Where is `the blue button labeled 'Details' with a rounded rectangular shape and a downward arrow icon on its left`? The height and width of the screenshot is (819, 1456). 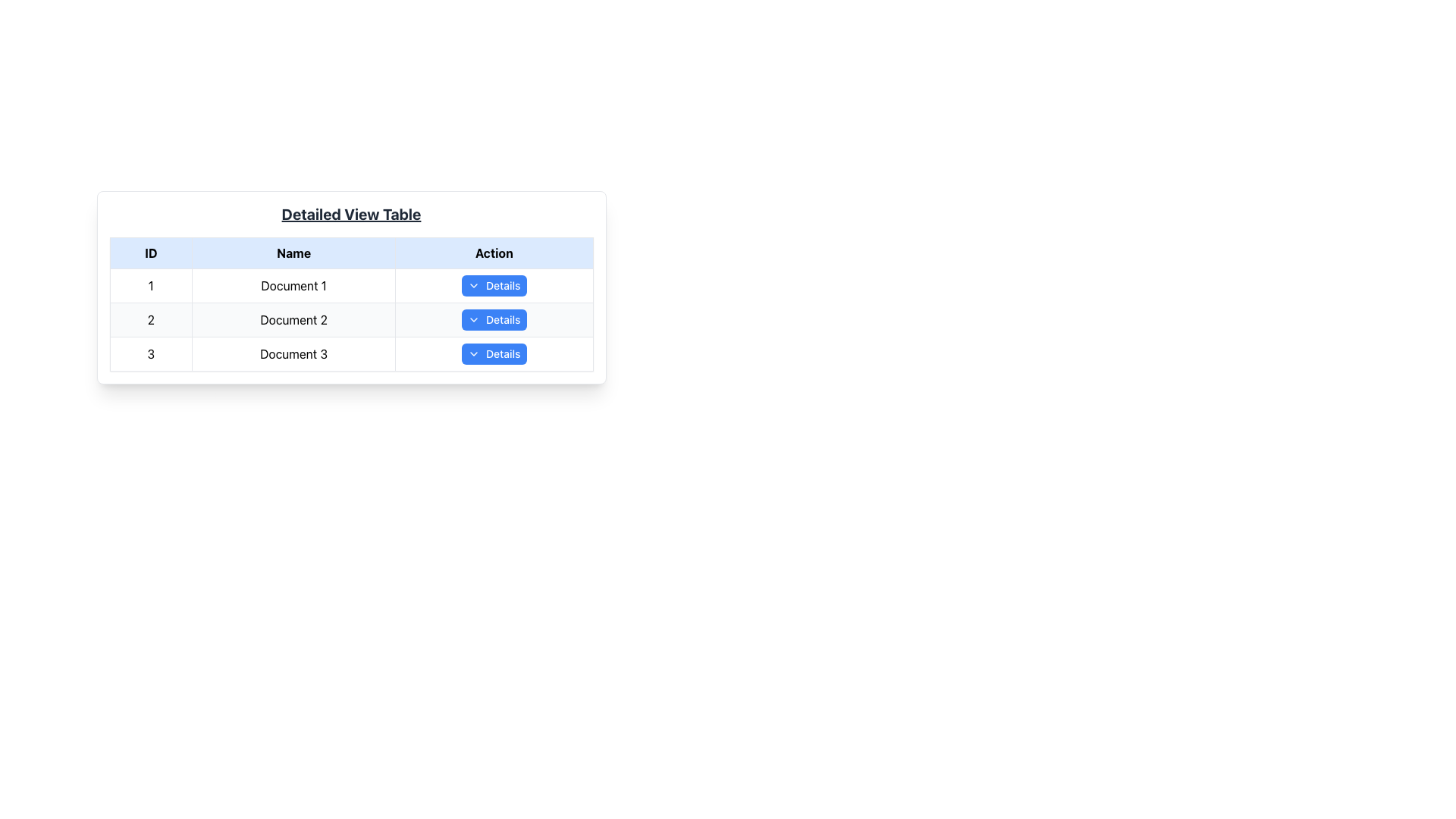
the blue button labeled 'Details' with a rounded rectangular shape and a downward arrow icon on its left is located at coordinates (494, 286).